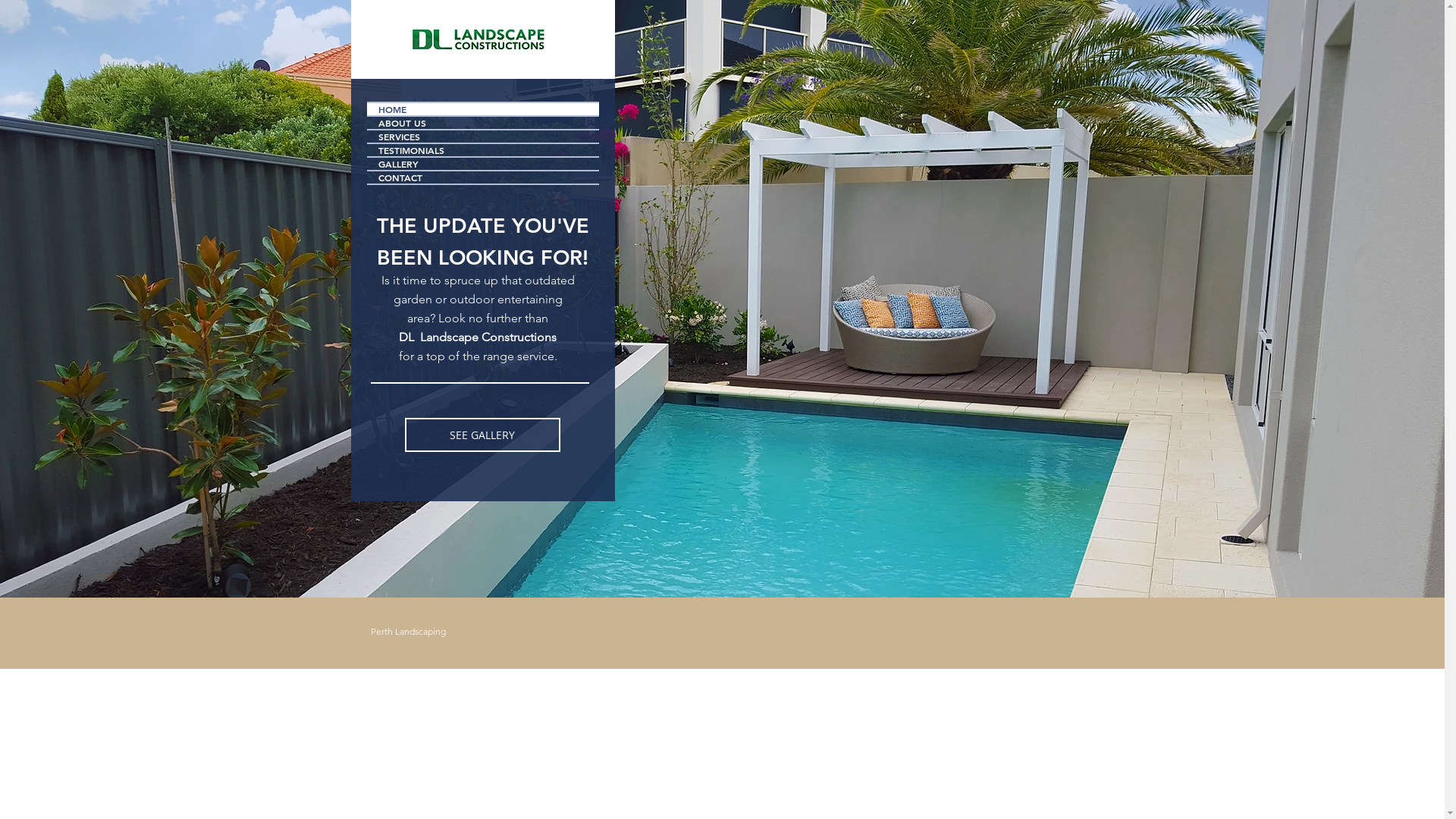 The width and height of the screenshot is (1456, 819). I want to click on 'ABOUT US', so click(482, 122).